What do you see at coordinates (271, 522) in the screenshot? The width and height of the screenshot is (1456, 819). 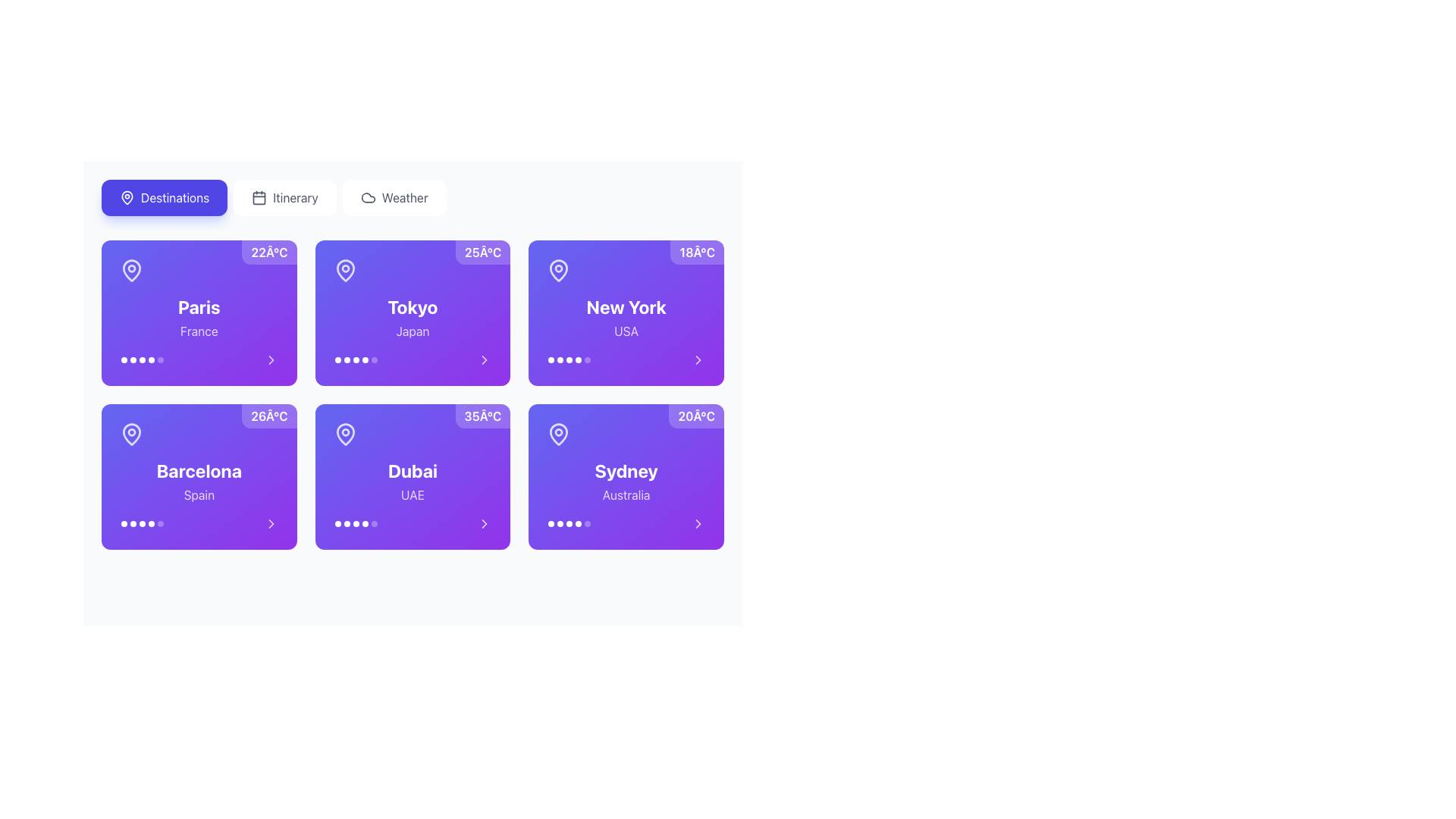 I see `the navigation button located at the bottom-right corner of the 'Barcelona' card to proceed to a detailed view` at bounding box center [271, 522].